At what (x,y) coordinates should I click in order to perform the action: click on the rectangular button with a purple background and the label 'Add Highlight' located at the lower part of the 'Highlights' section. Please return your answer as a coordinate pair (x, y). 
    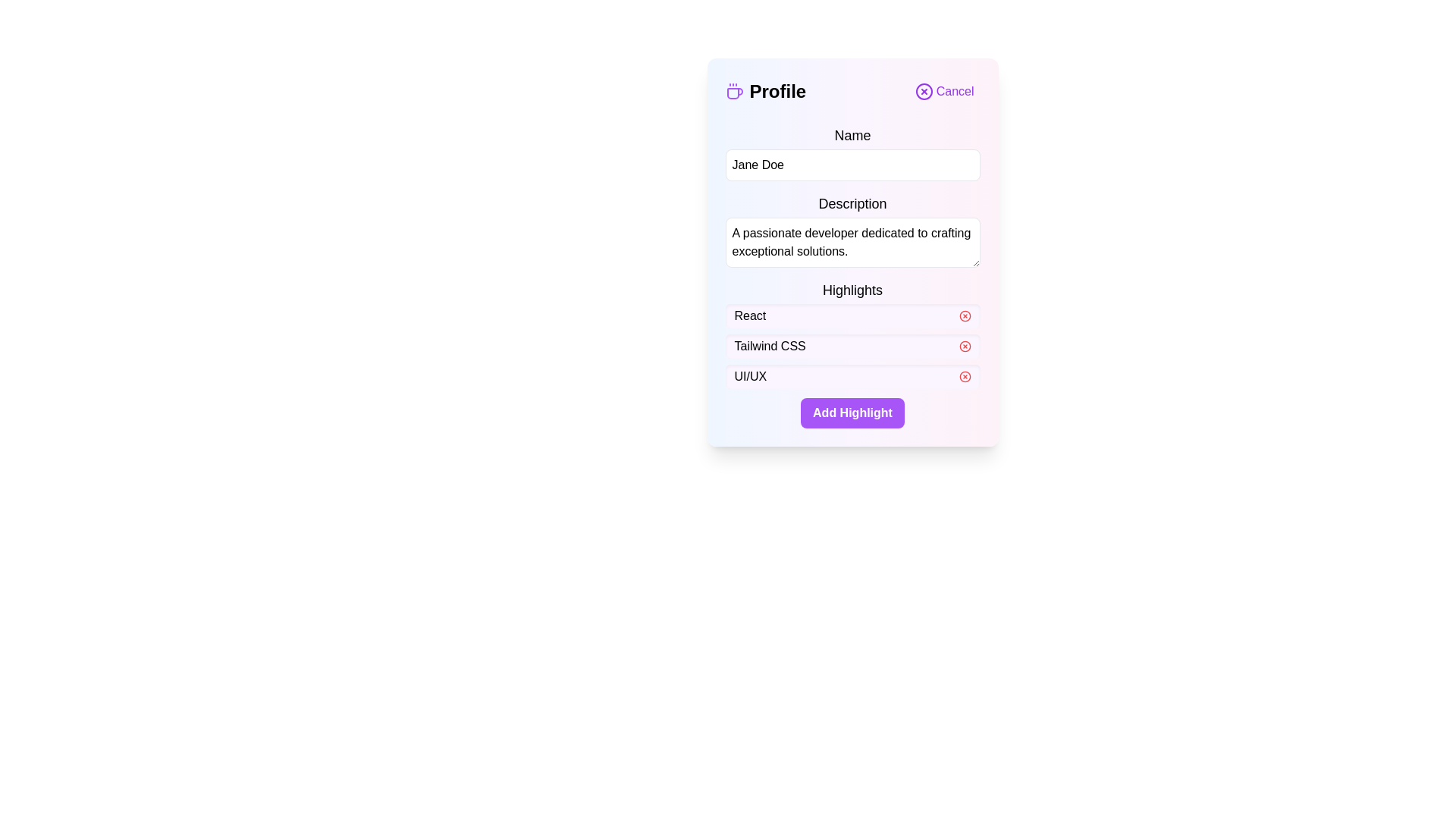
    Looking at the image, I should click on (852, 413).